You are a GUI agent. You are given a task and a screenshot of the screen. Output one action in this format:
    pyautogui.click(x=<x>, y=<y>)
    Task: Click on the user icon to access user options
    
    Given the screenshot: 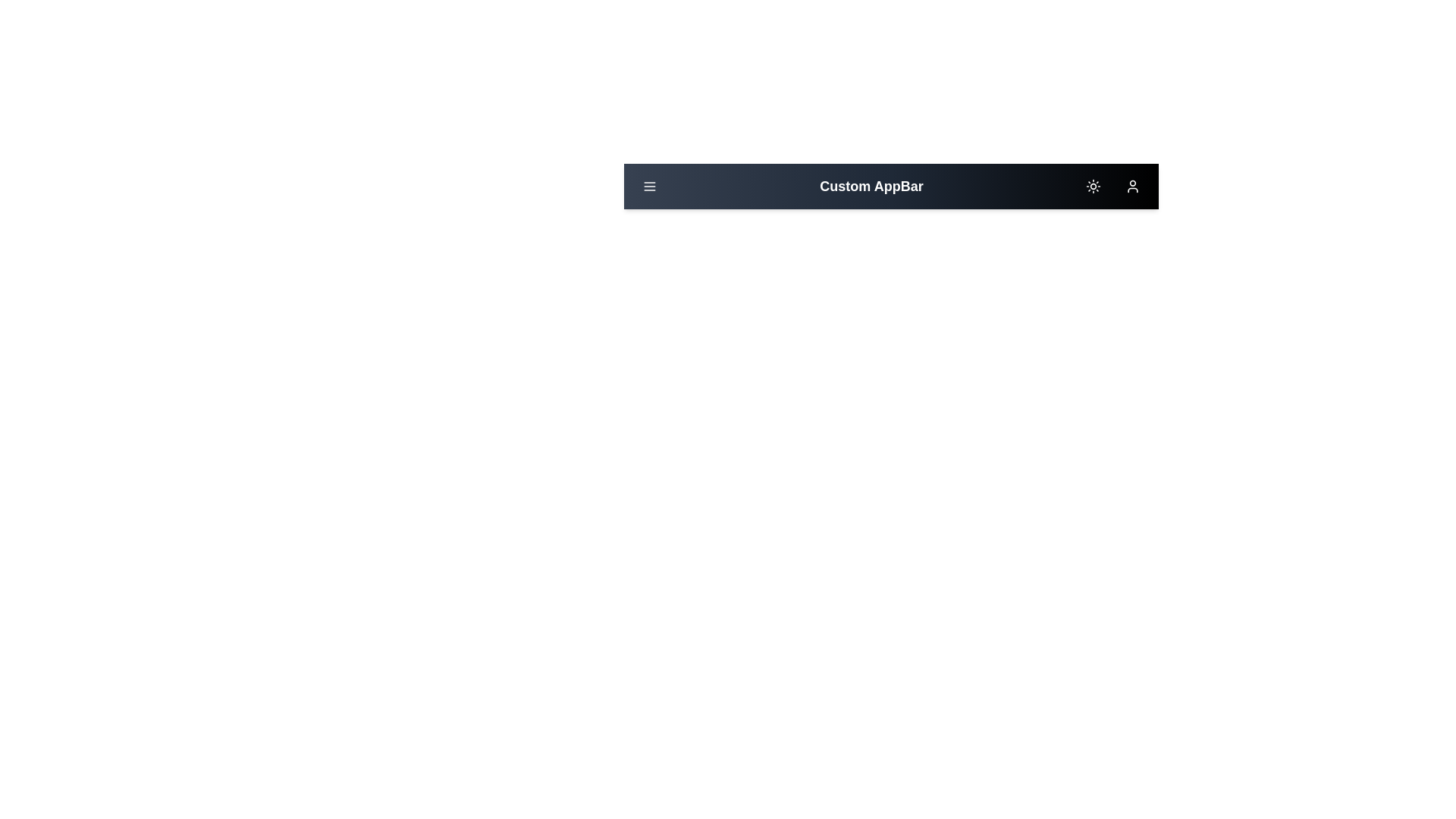 What is the action you would take?
    pyautogui.click(x=1132, y=186)
    